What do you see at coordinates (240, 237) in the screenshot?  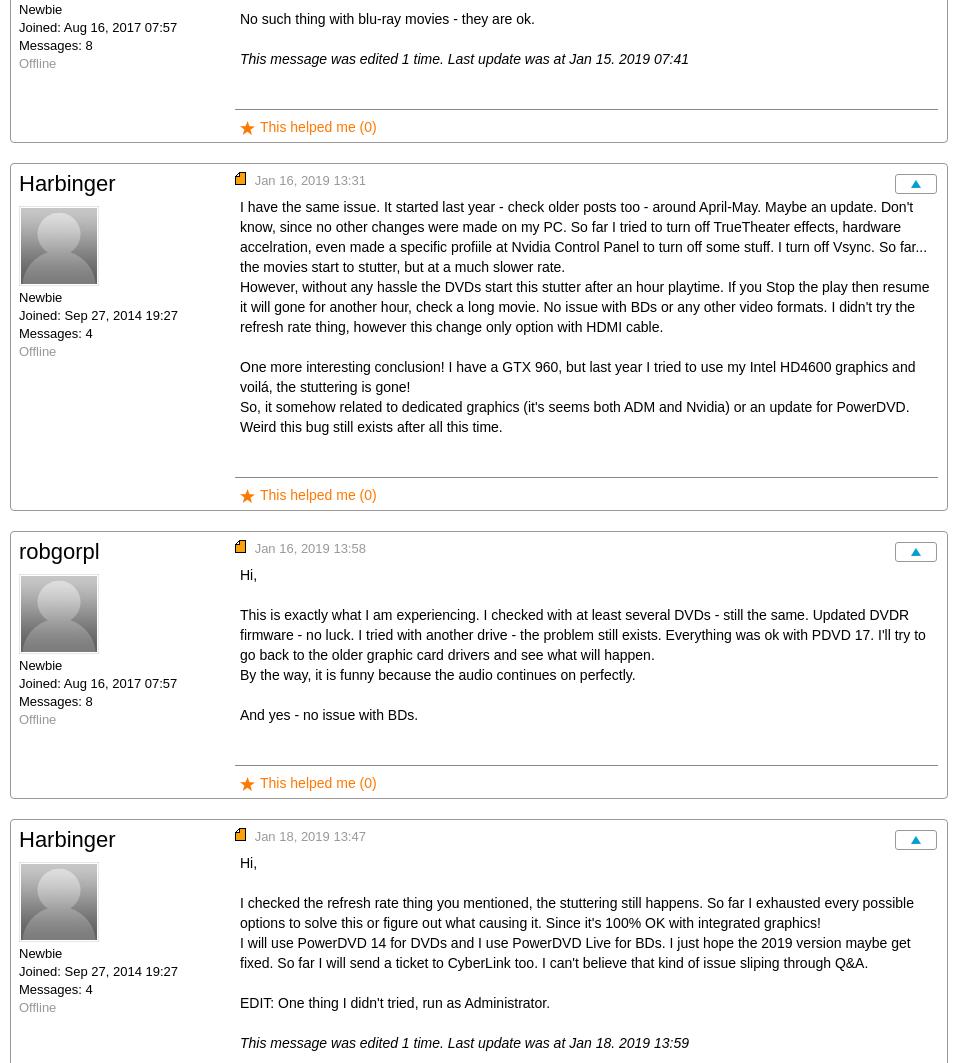 I see `'I have the same issue. It started last year - check older posts too - around April-May. Maybe an update. Don't know, since no other changes were made on my PC. So far I tried to turn off TrueTheater effects, hardware accelration, even made a specific profiile at Nvidia Control Panel to turn off some stuff. I turn off Vsync. So far... the movies start to stutter, but at a much slower rate.'` at bounding box center [240, 237].